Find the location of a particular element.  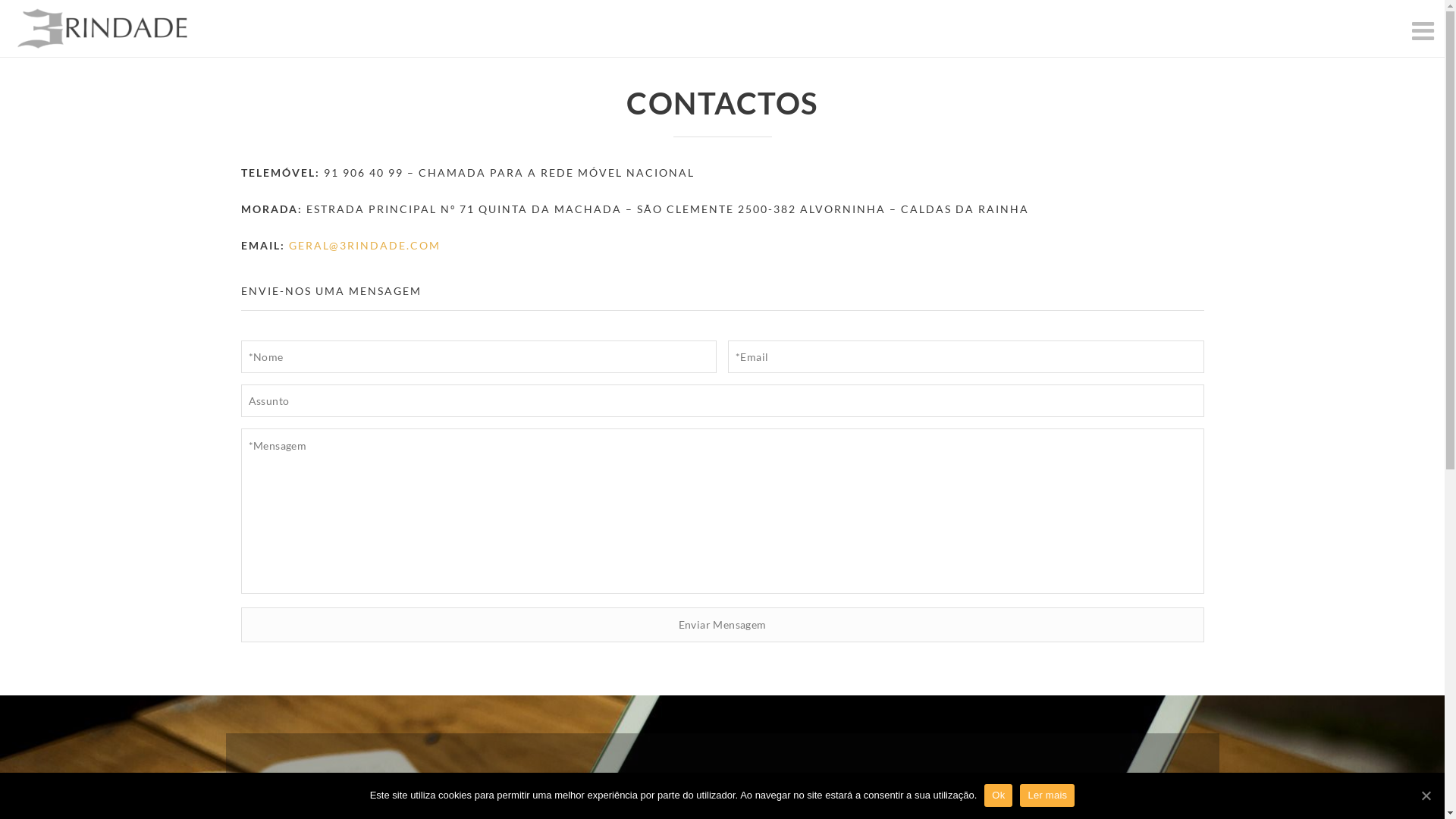

'Ler mais' is located at coordinates (1046, 795).